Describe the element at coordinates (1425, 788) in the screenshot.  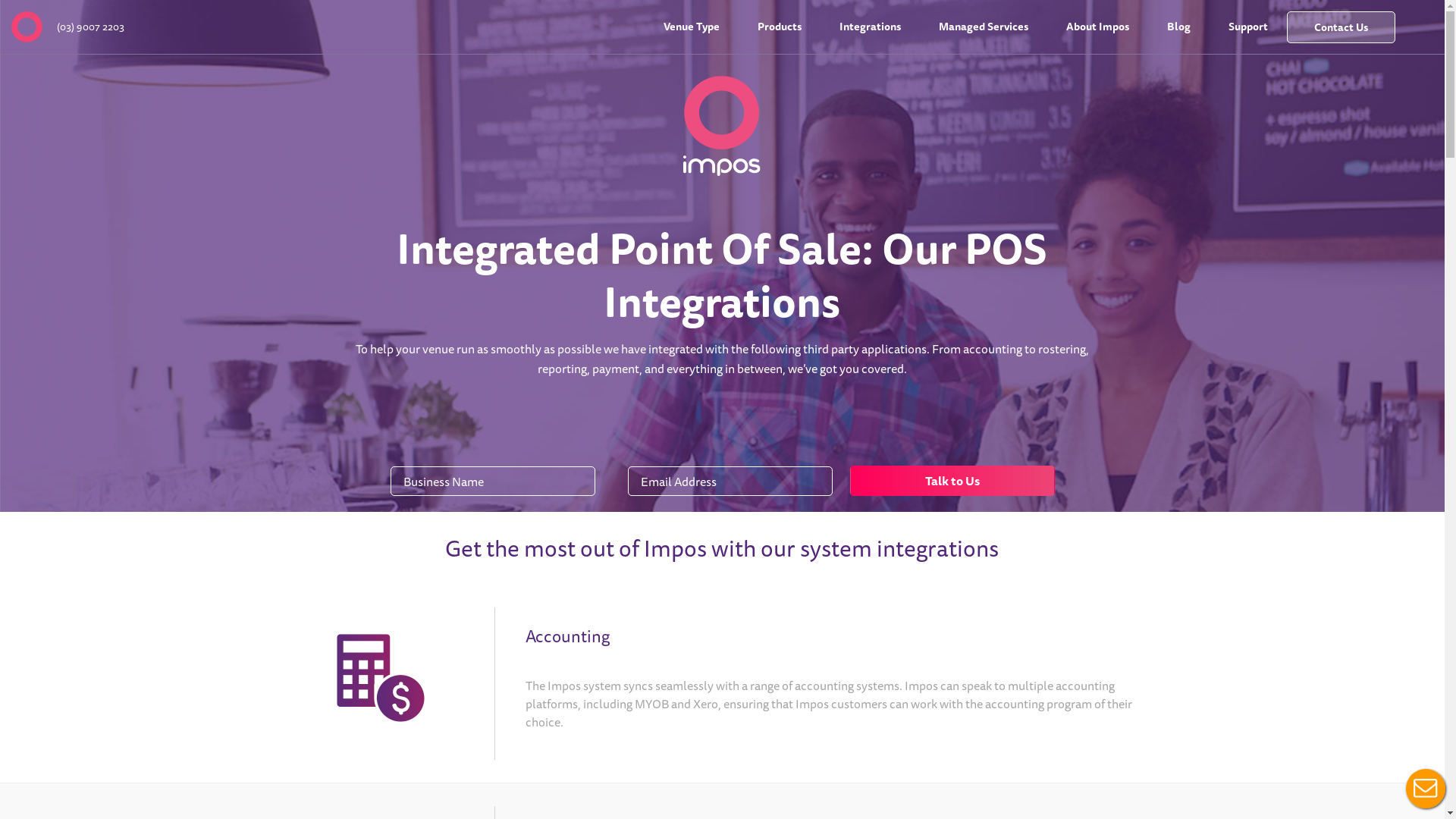
I see `'Live Chat Button'` at that location.